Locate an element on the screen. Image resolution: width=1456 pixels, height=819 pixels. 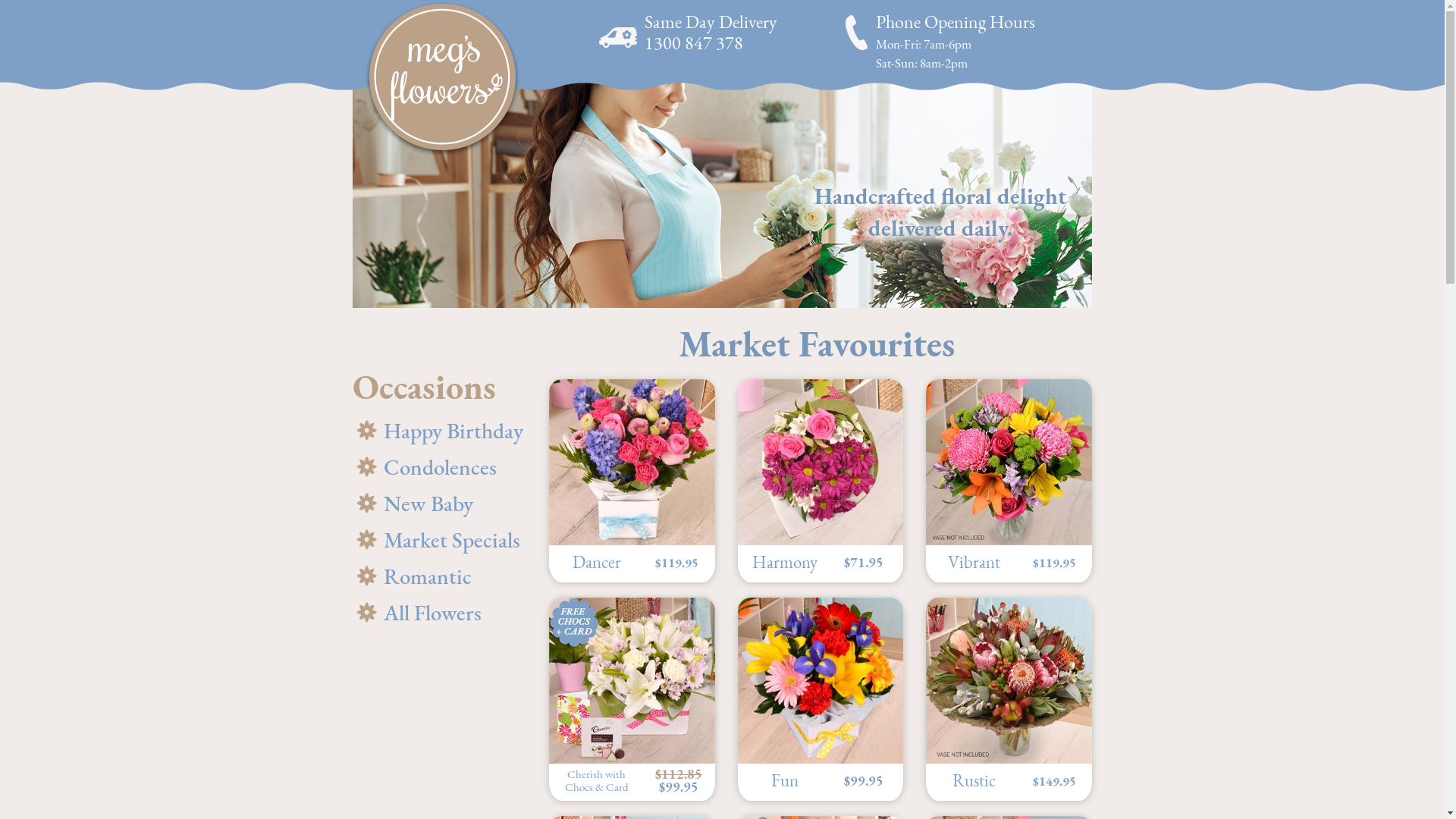
'Fun is located at coordinates (819, 698).